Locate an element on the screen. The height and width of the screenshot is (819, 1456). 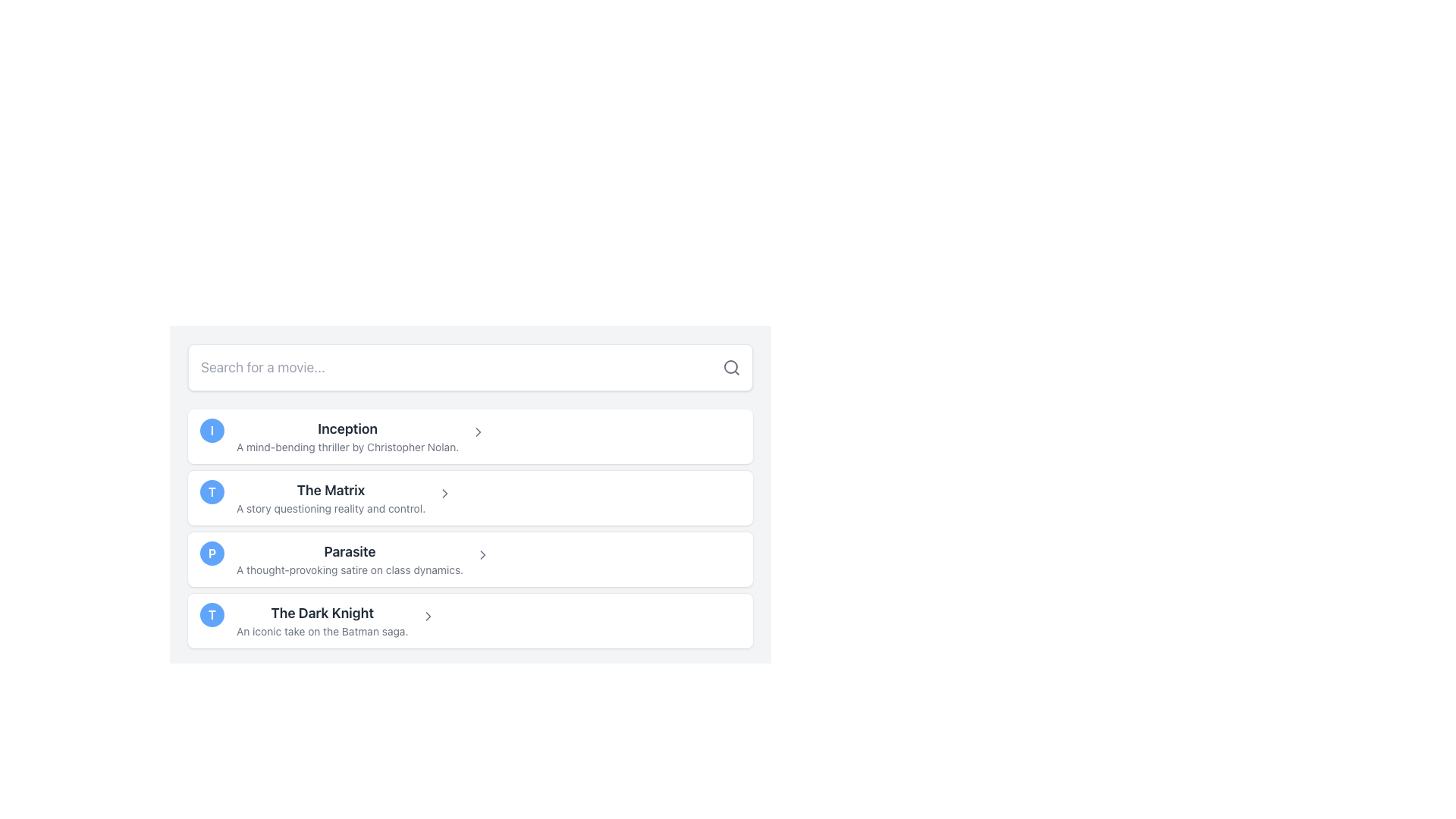
the search icon button located at the far right of the search bar is located at coordinates (731, 368).